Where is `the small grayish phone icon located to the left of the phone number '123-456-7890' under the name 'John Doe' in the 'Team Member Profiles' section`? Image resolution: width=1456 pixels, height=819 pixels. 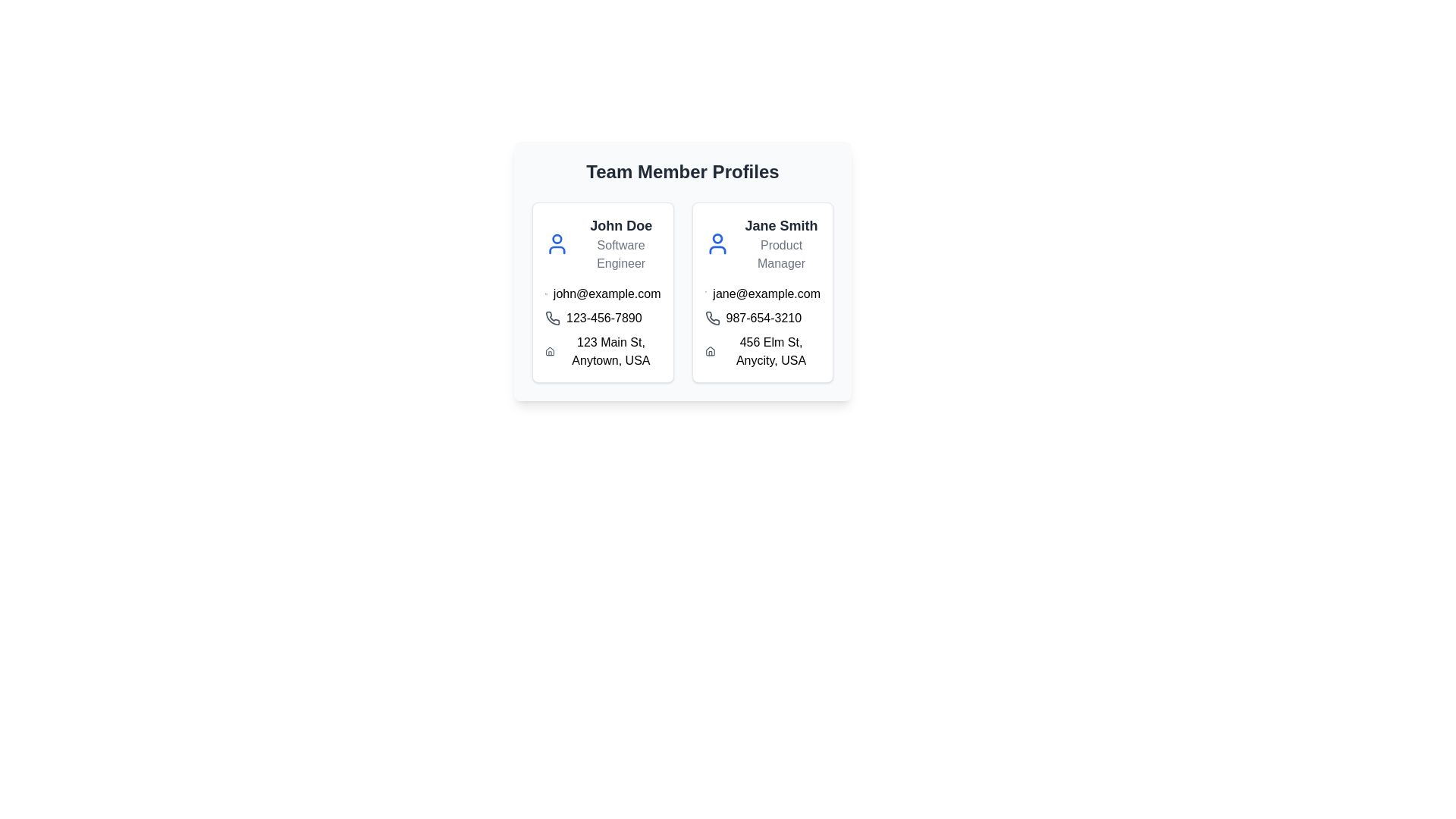 the small grayish phone icon located to the left of the phone number '123-456-7890' under the name 'John Doe' in the 'Team Member Profiles' section is located at coordinates (552, 318).